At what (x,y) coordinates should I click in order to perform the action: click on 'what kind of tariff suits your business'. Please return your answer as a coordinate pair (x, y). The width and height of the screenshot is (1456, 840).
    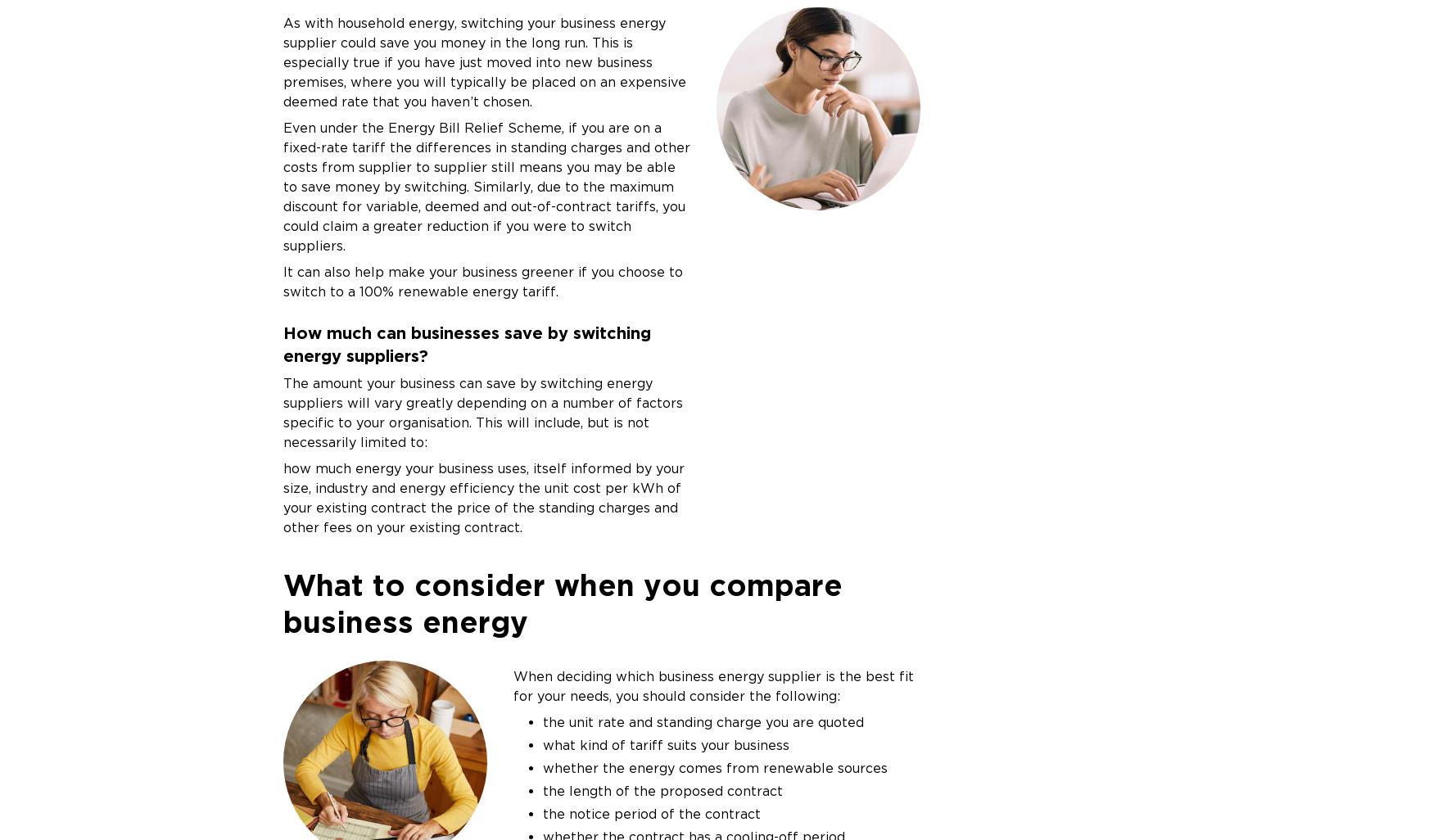
    Looking at the image, I should click on (541, 743).